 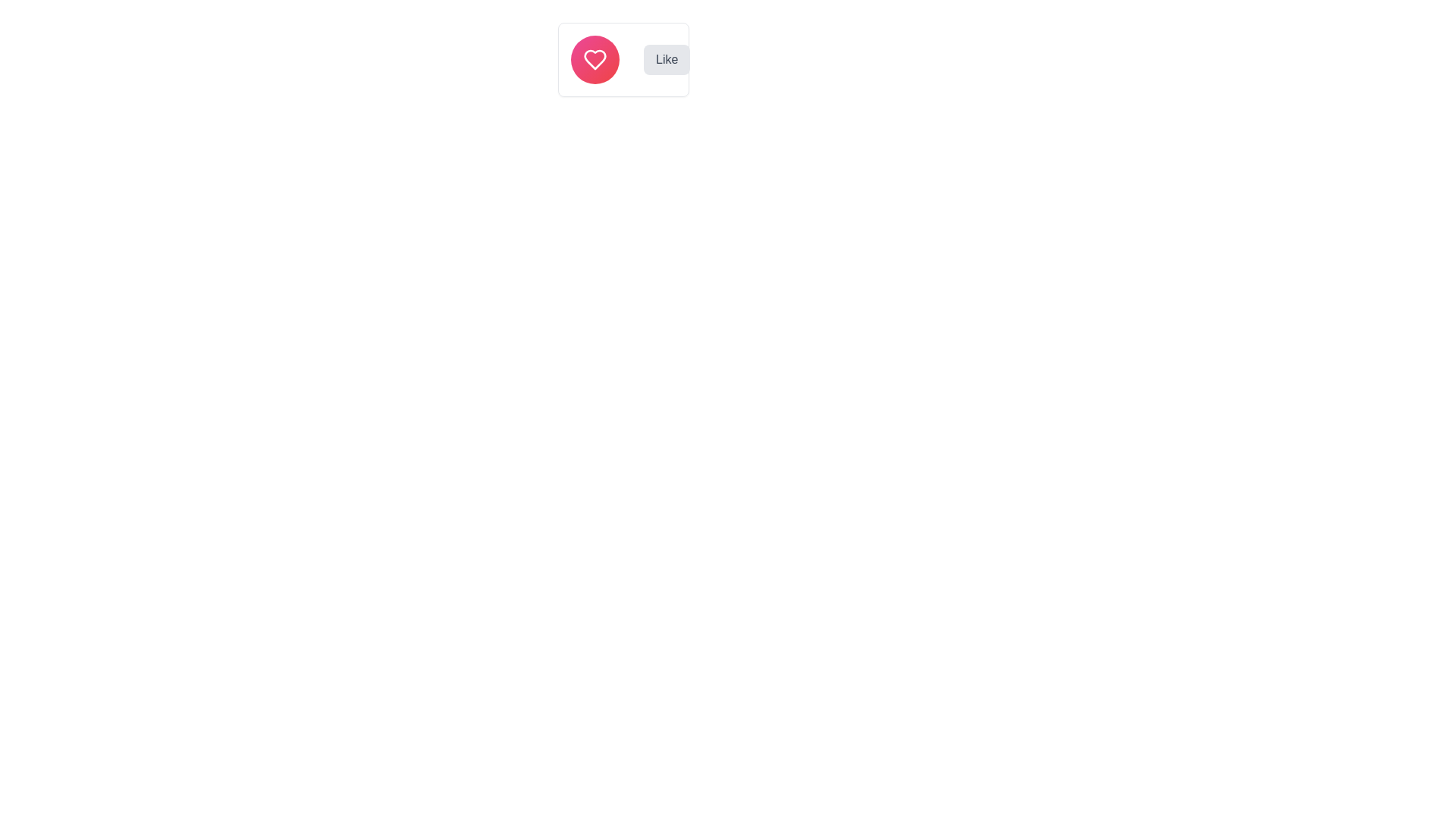 What do you see at coordinates (595, 58) in the screenshot?
I see `the pink heart icon, which is located inside the left circular button of a small panel at the upper part of the interface` at bounding box center [595, 58].